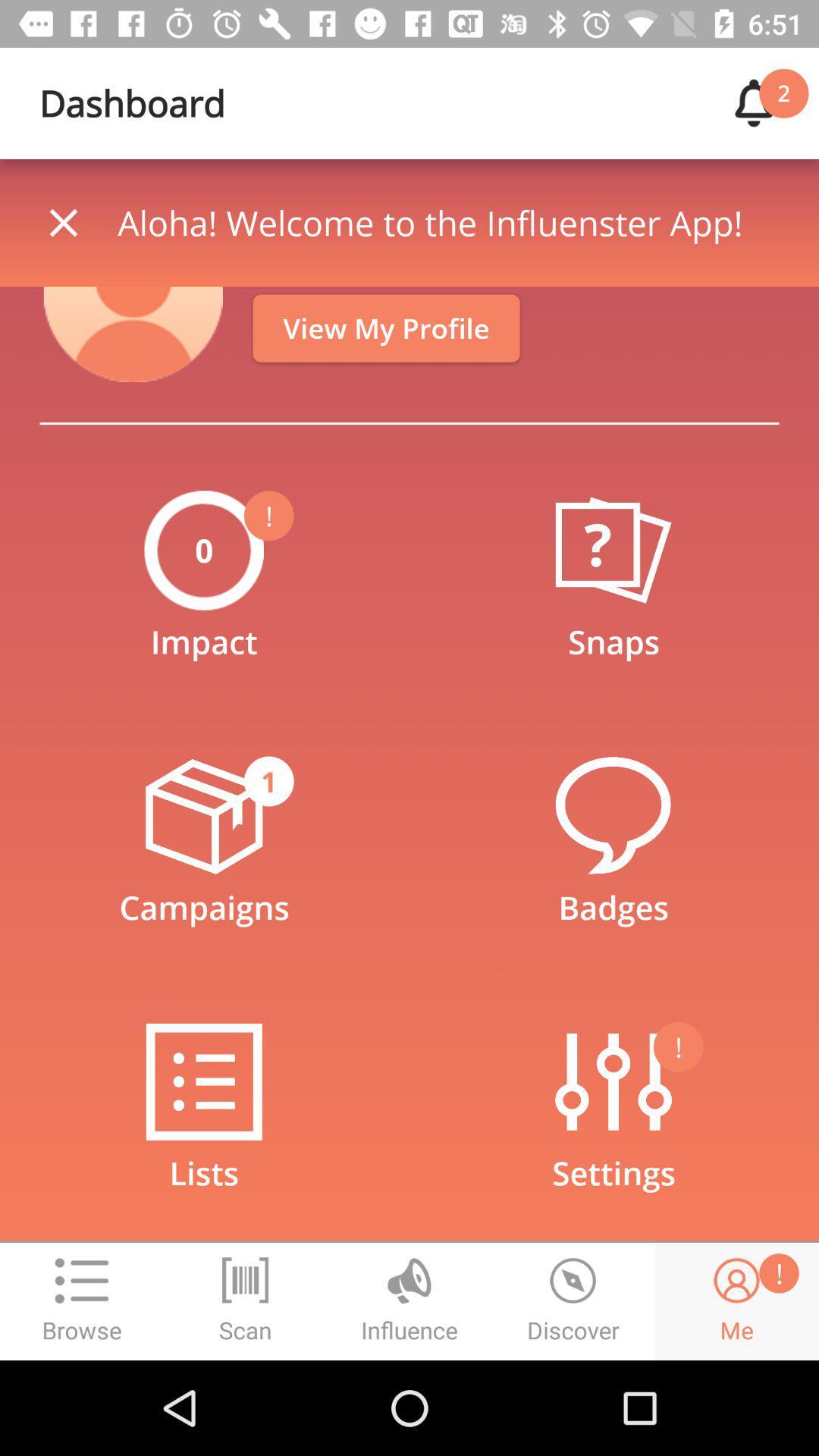 The image size is (819, 1456). What do you see at coordinates (613, 1081) in the screenshot?
I see `the sliders icon` at bounding box center [613, 1081].